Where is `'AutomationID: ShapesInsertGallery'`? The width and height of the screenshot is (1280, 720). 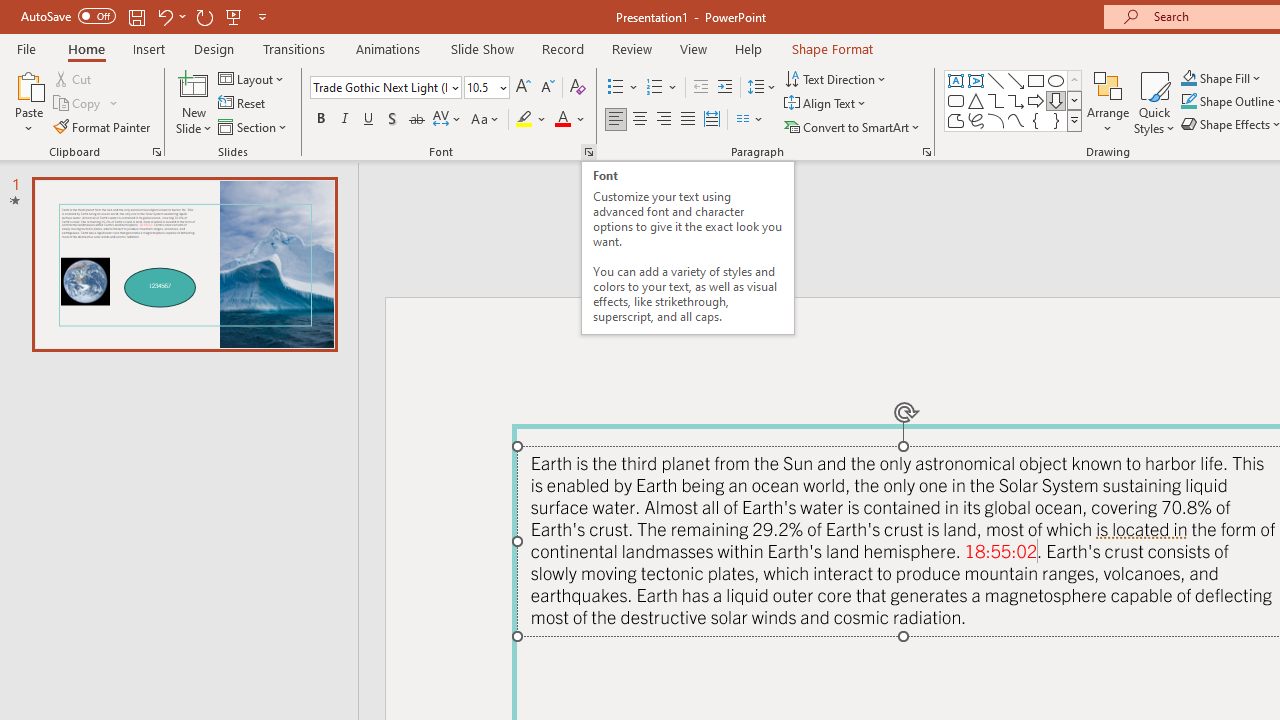 'AutomationID: ShapesInsertGallery' is located at coordinates (1014, 100).